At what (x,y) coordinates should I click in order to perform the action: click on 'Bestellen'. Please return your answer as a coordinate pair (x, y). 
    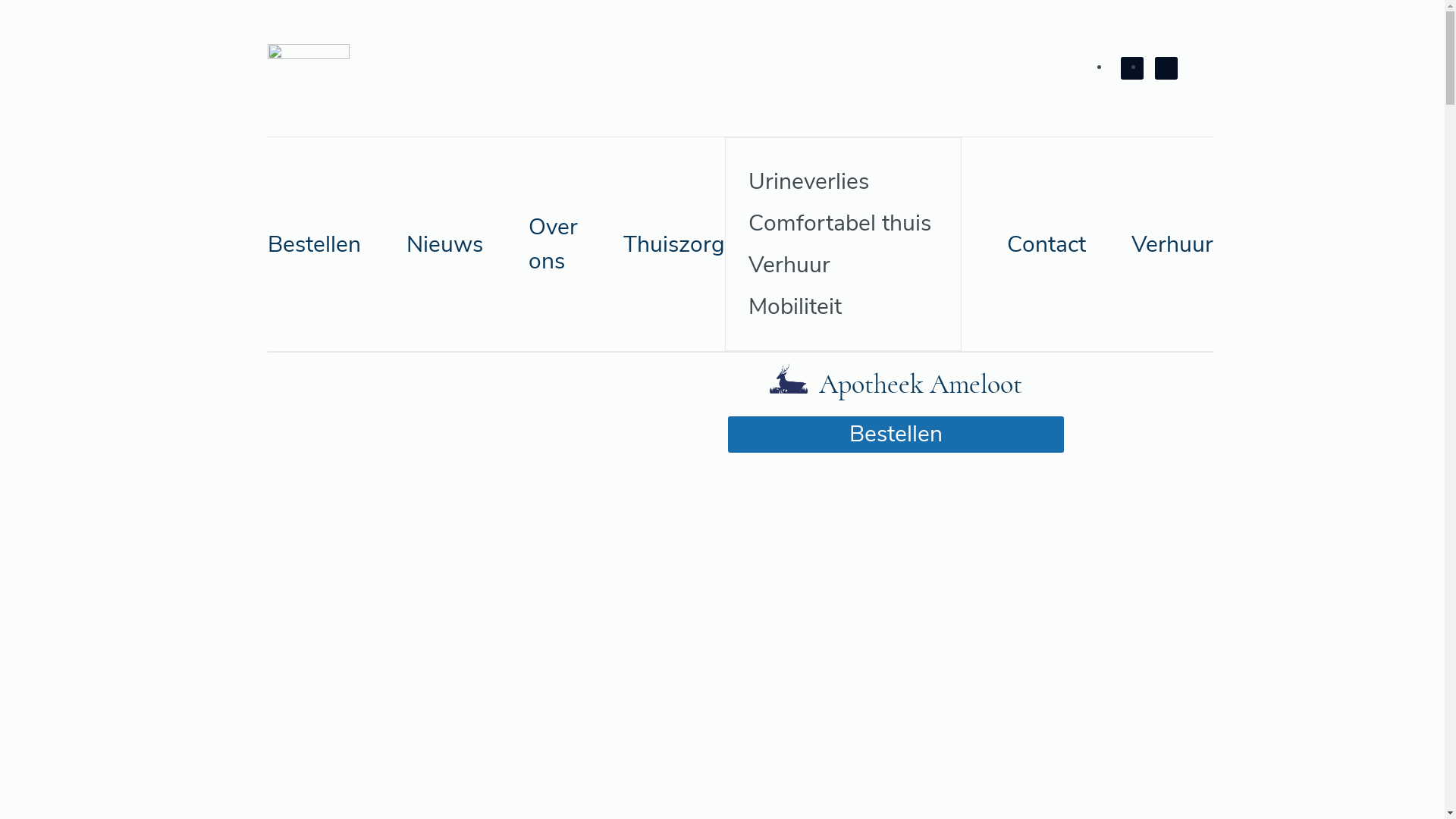
    Looking at the image, I should click on (896, 435).